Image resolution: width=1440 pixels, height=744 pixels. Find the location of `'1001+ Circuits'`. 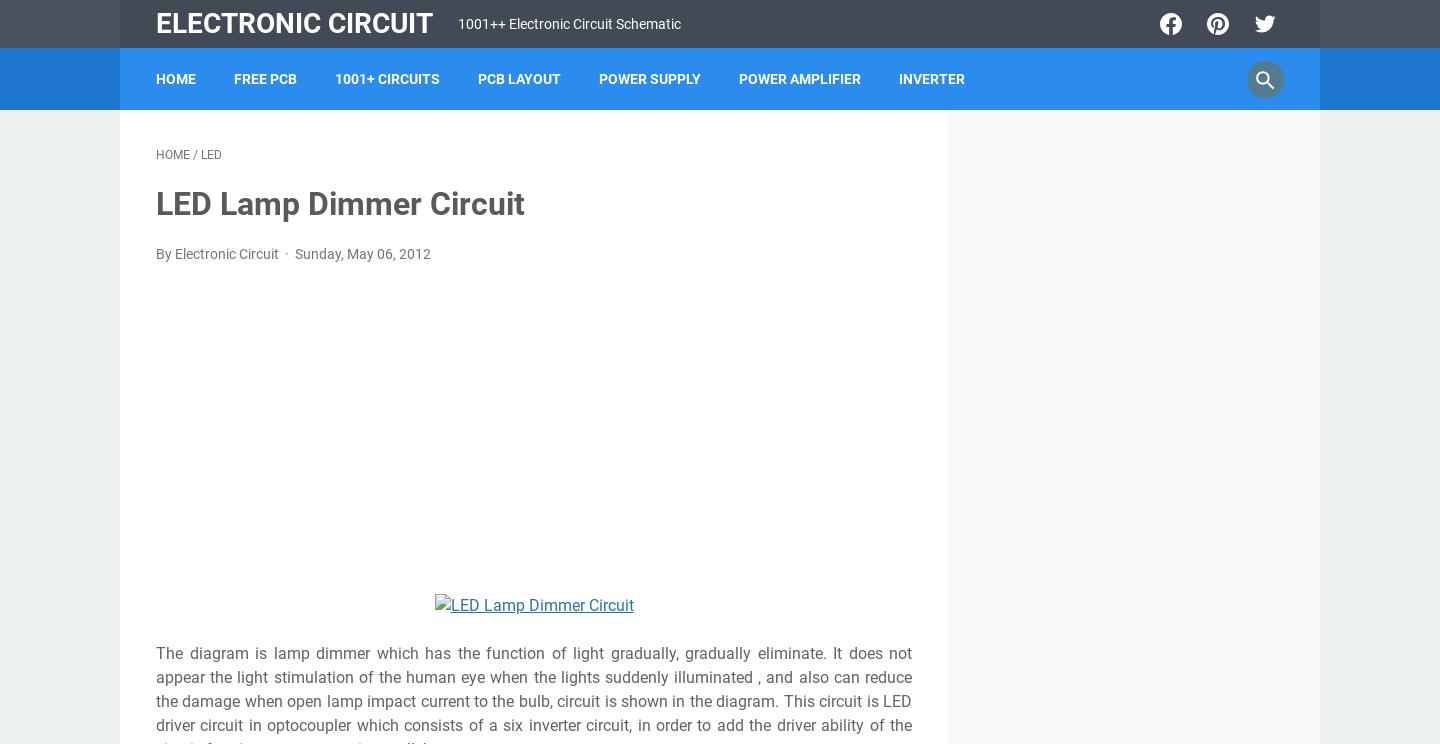

'1001+ Circuits' is located at coordinates (334, 79).